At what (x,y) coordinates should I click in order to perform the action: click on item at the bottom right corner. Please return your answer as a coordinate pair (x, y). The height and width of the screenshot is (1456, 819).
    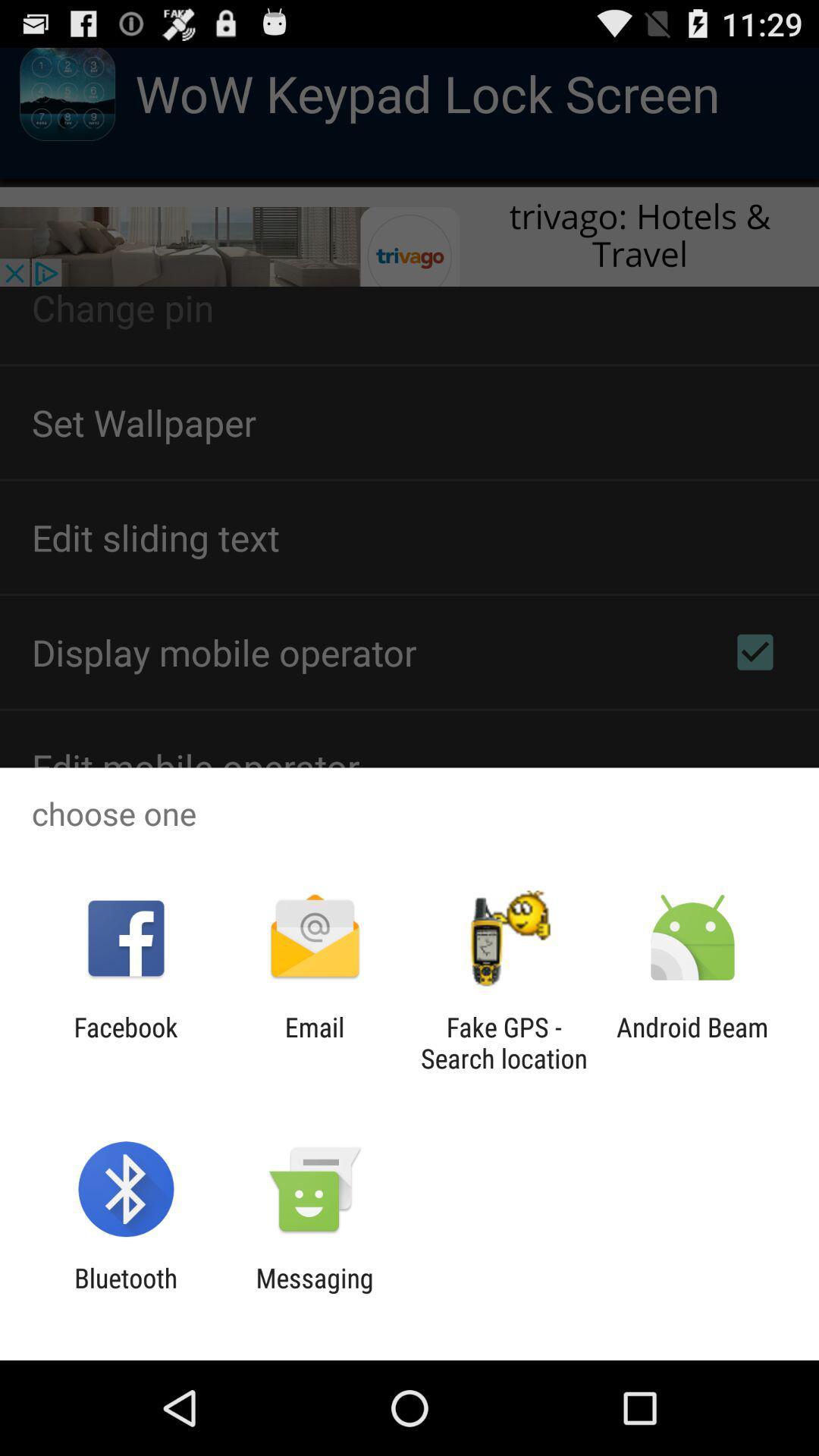
    Looking at the image, I should click on (692, 1042).